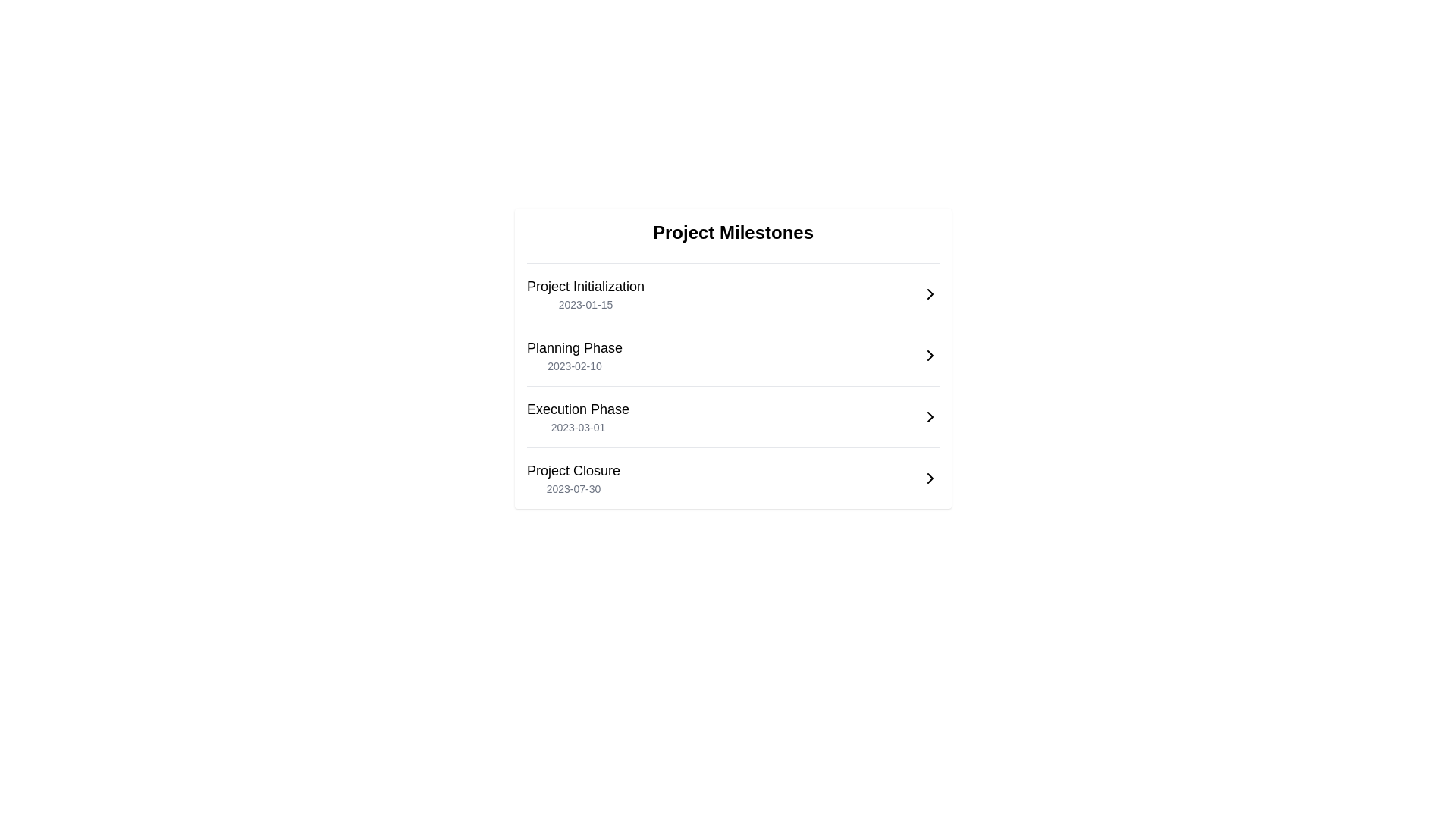 This screenshot has height=819, width=1456. What do you see at coordinates (930, 417) in the screenshot?
I see `the navigation icon located in the last column of the row containing 'Execution Phase' and '2023-03-01'` at bounding box center [930, 417].